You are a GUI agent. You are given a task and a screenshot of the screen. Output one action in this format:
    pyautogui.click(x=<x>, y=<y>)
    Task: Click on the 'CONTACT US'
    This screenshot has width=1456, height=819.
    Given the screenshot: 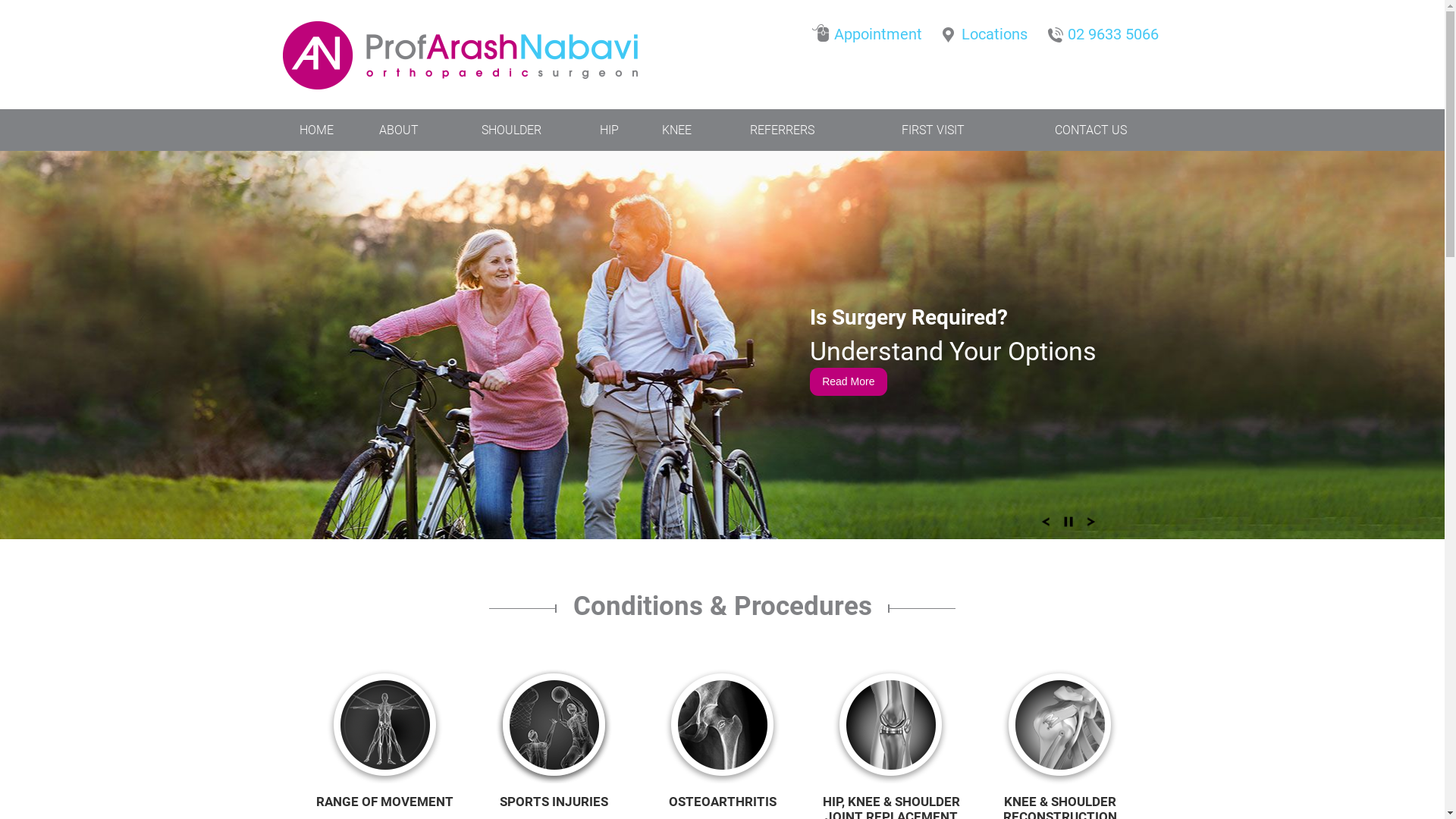 What is the action you would take?
    pyautogui.click(x=1090, y=129)
    